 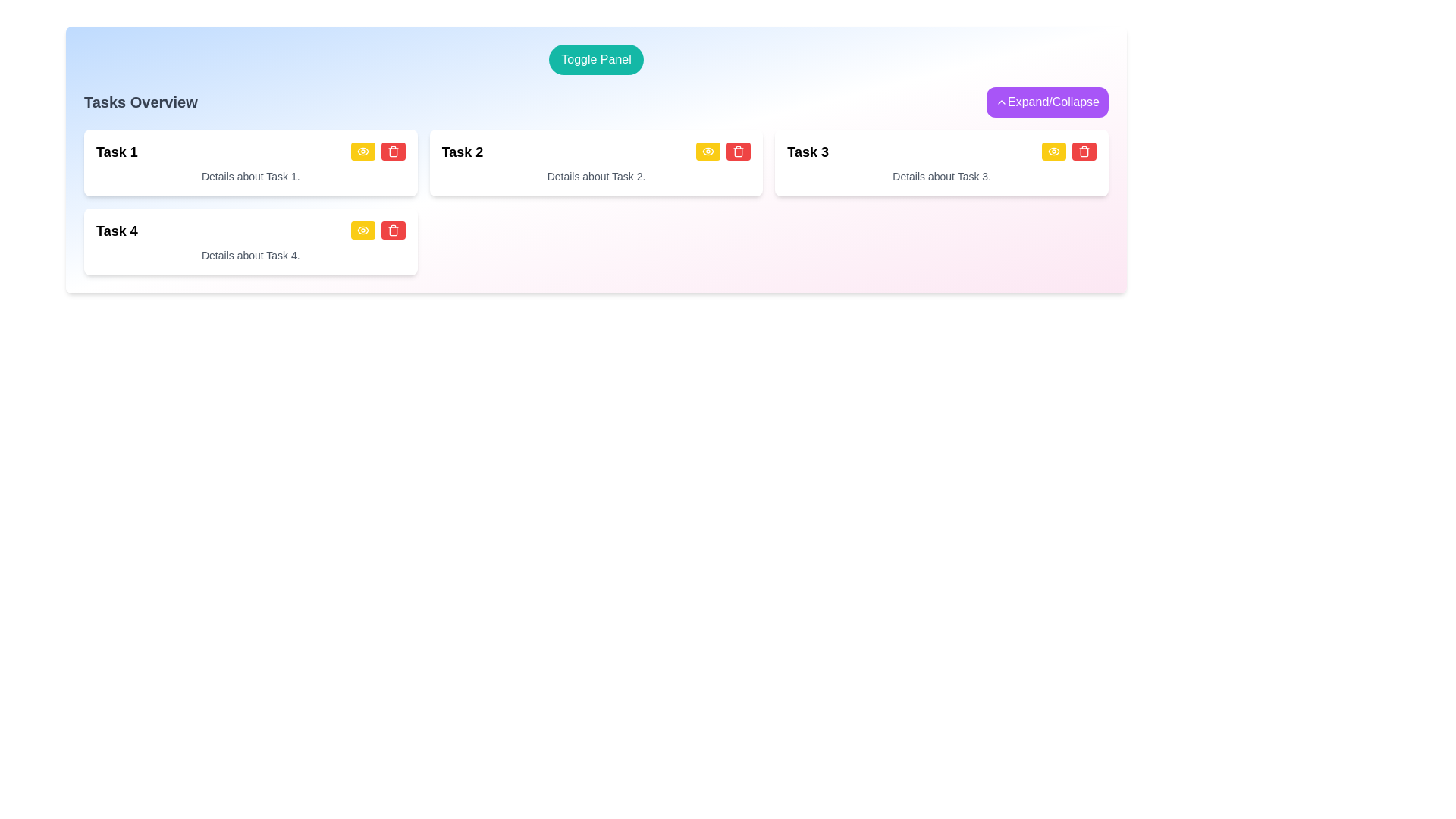 What do you see at coordinates (250, 254) in the screenshot?
I see `the text label reading 'Details about Task 4.' in gray font, located in the second row, first column of the task list section for 'Task 4'` at bounding box center [250, 254].